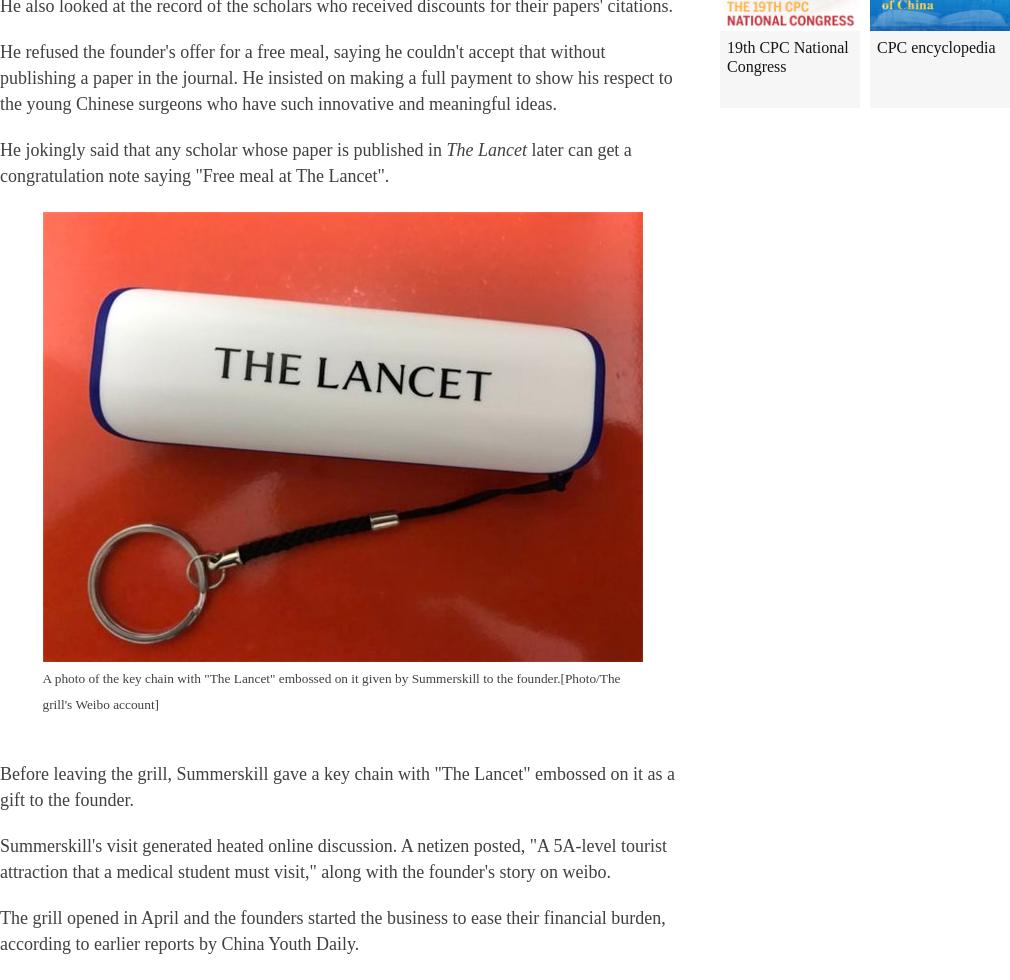 This screenshot has width=1010, height=980. I want to click on 'later can get a congratulation note saying "Free meal at The Lancet".', so click(0, 162).